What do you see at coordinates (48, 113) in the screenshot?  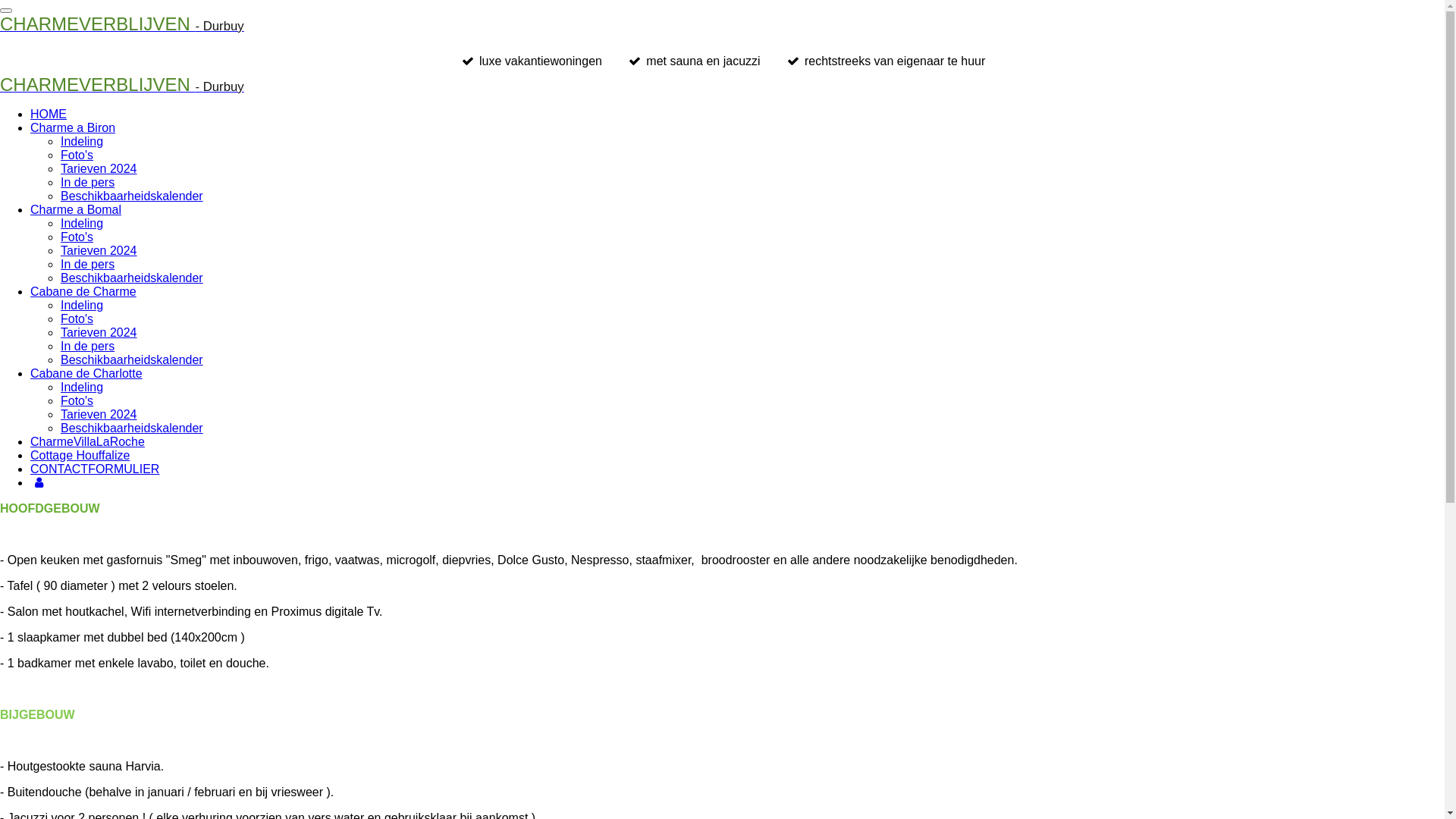 I see `'HOME'` at bounding box center [48, 113].